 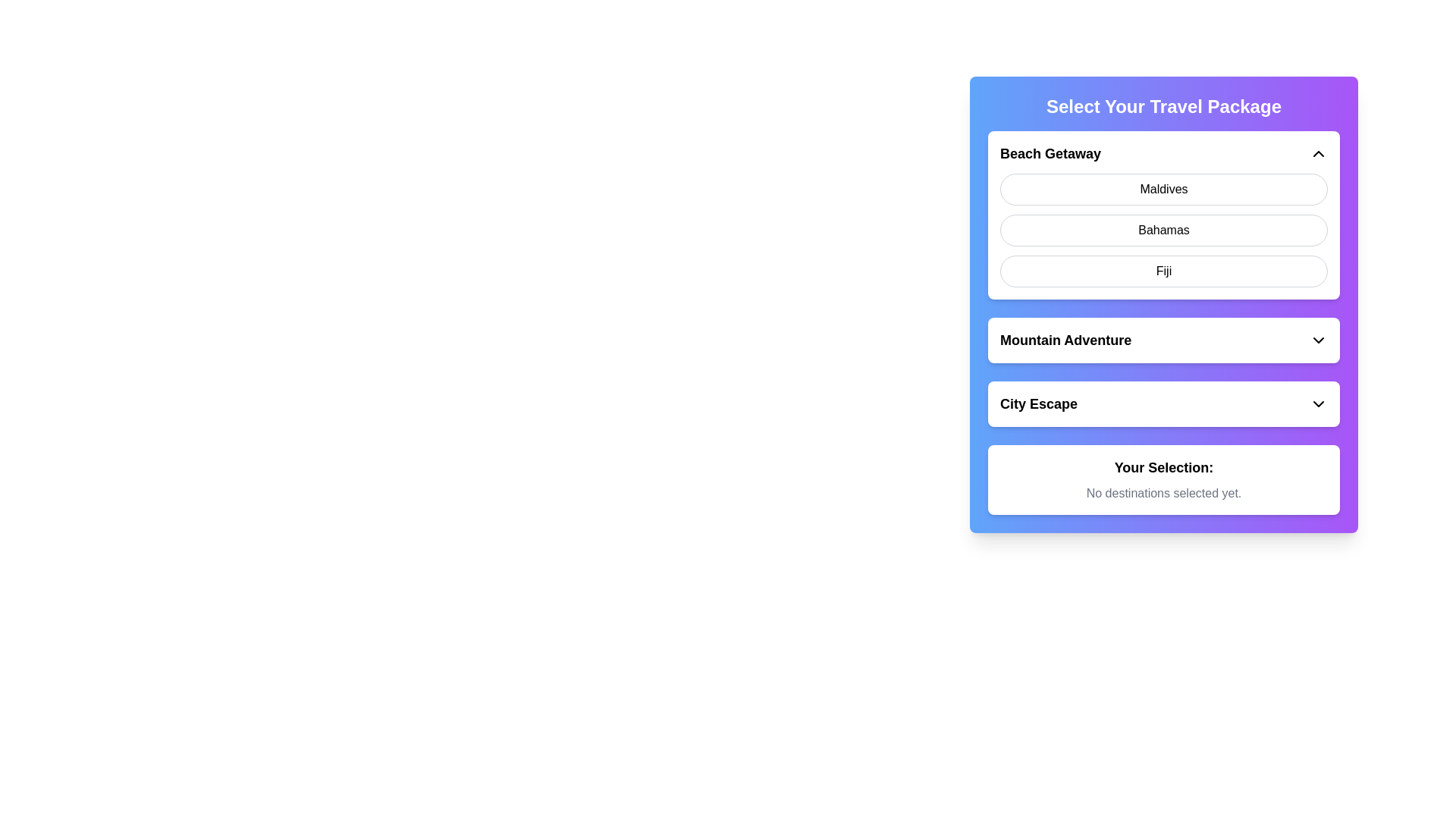 What do you see at coordinates (1163, 231) in the screenshot?
I see `the 'Bahamas' button-like selectable item, which is the second option in the 'Beach Getaway' category` at bounding box center [1163, 231].